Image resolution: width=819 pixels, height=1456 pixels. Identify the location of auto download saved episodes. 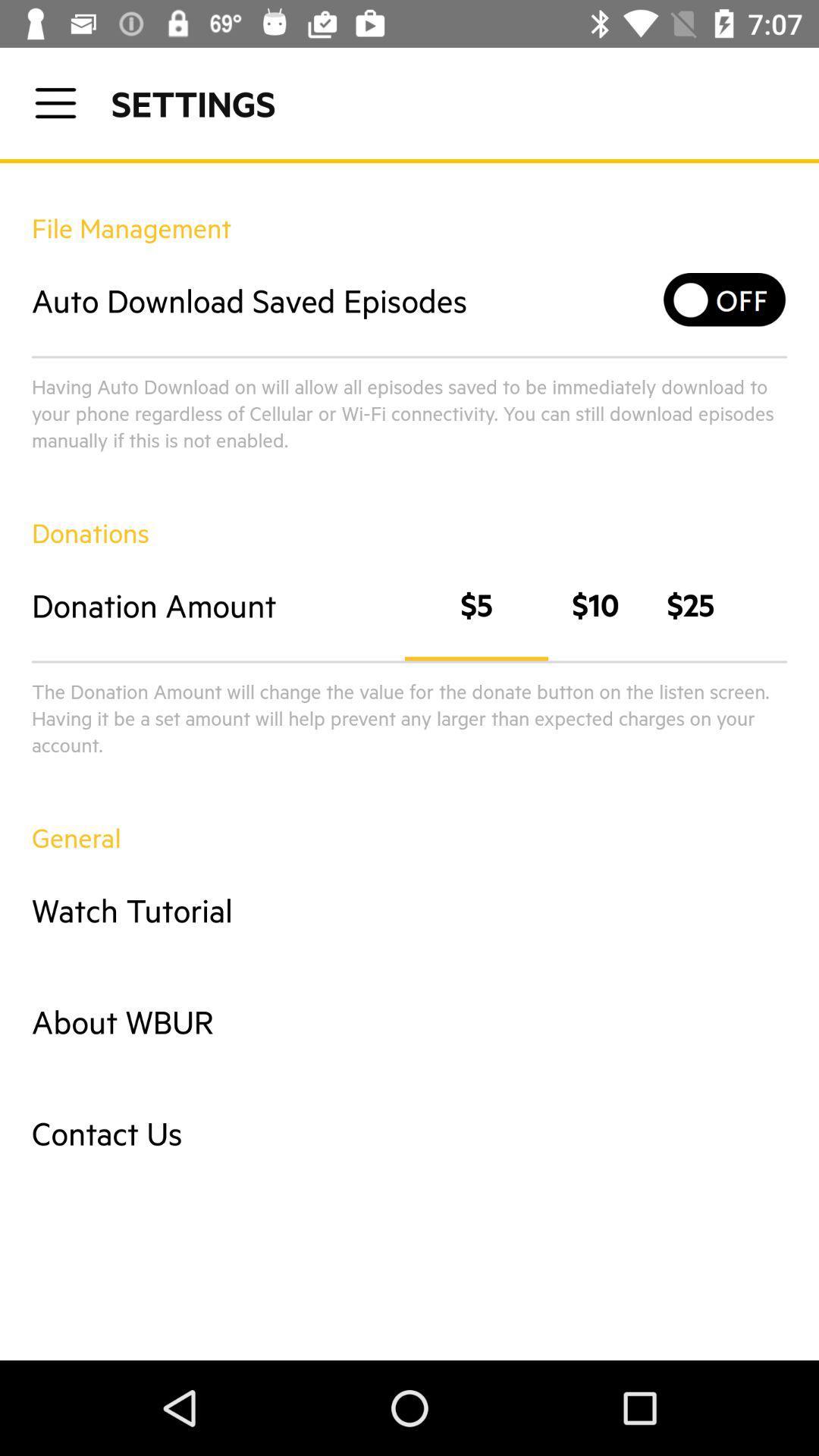
(724, 300).